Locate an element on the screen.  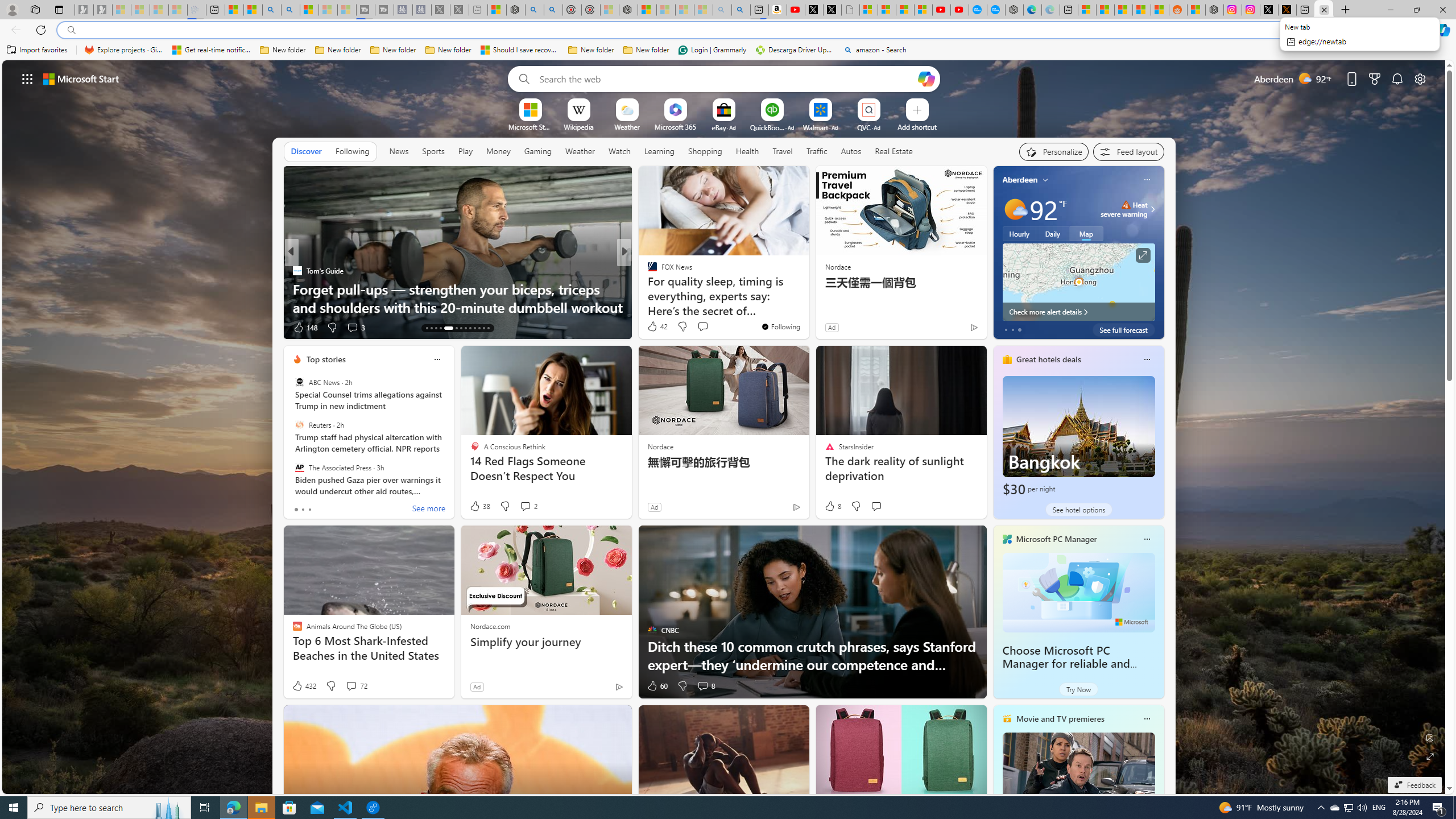
'AutomationID: tab-14' is located at coordinates (431, 328).